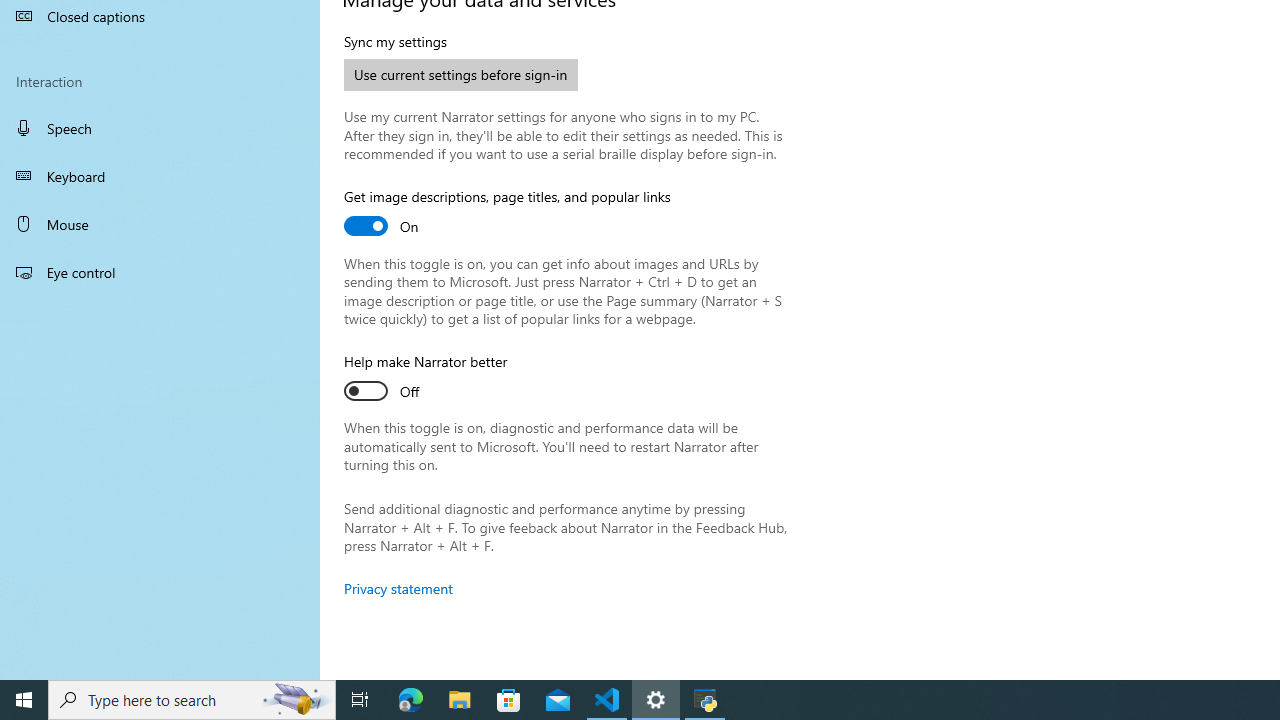 The width and height of the screenshot is (1280, 720). What do you see at coordinates (460, 73) in the screenshot?
I see `'Use current settings before sign-in'` at bounding box center [460, 73].